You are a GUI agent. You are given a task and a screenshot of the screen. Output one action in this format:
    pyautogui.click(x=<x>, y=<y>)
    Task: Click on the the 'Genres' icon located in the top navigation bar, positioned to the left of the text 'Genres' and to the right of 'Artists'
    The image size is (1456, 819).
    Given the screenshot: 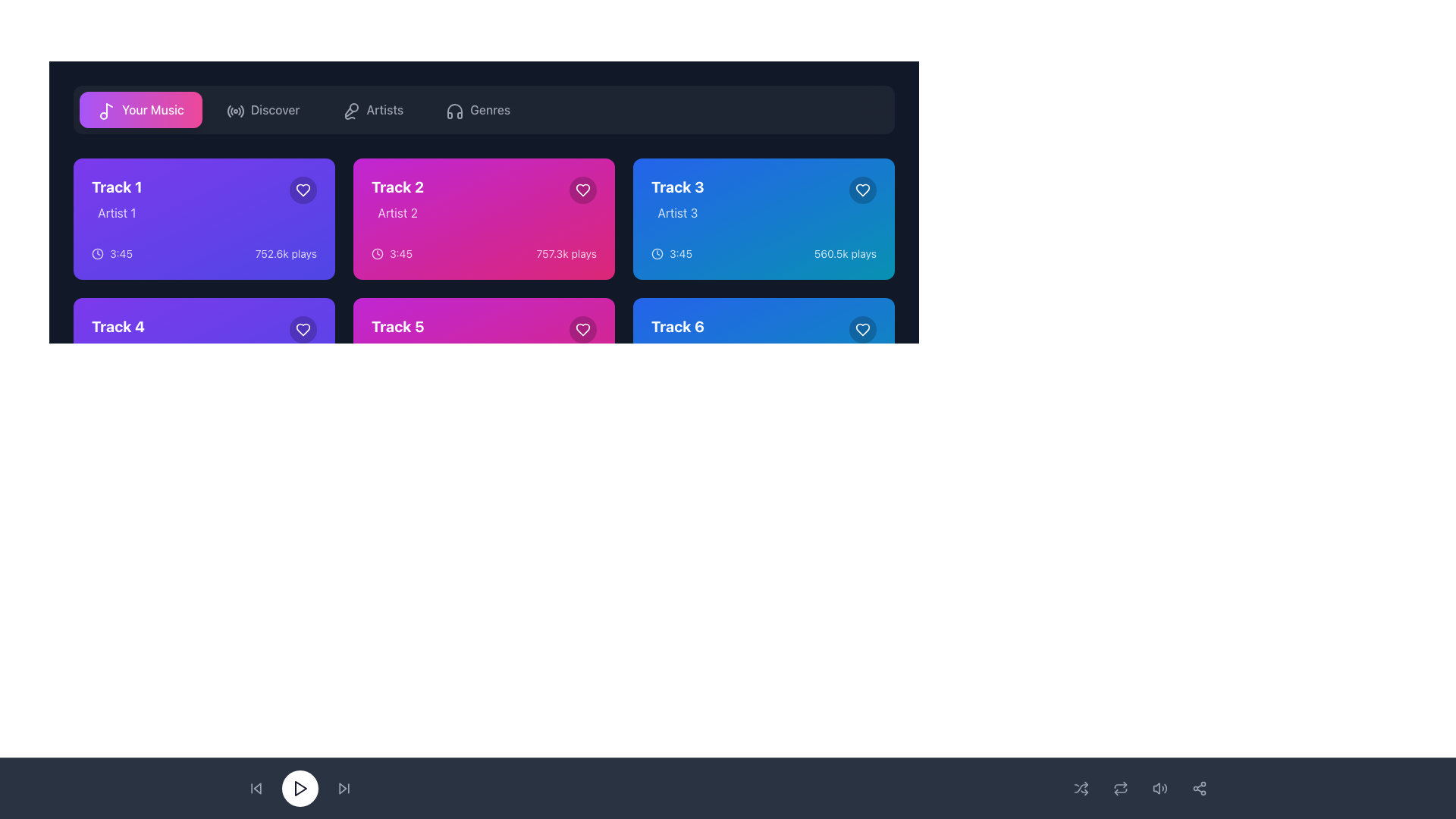 What is the action you would take?
    pyautogui.click(x=453, y=109)
    